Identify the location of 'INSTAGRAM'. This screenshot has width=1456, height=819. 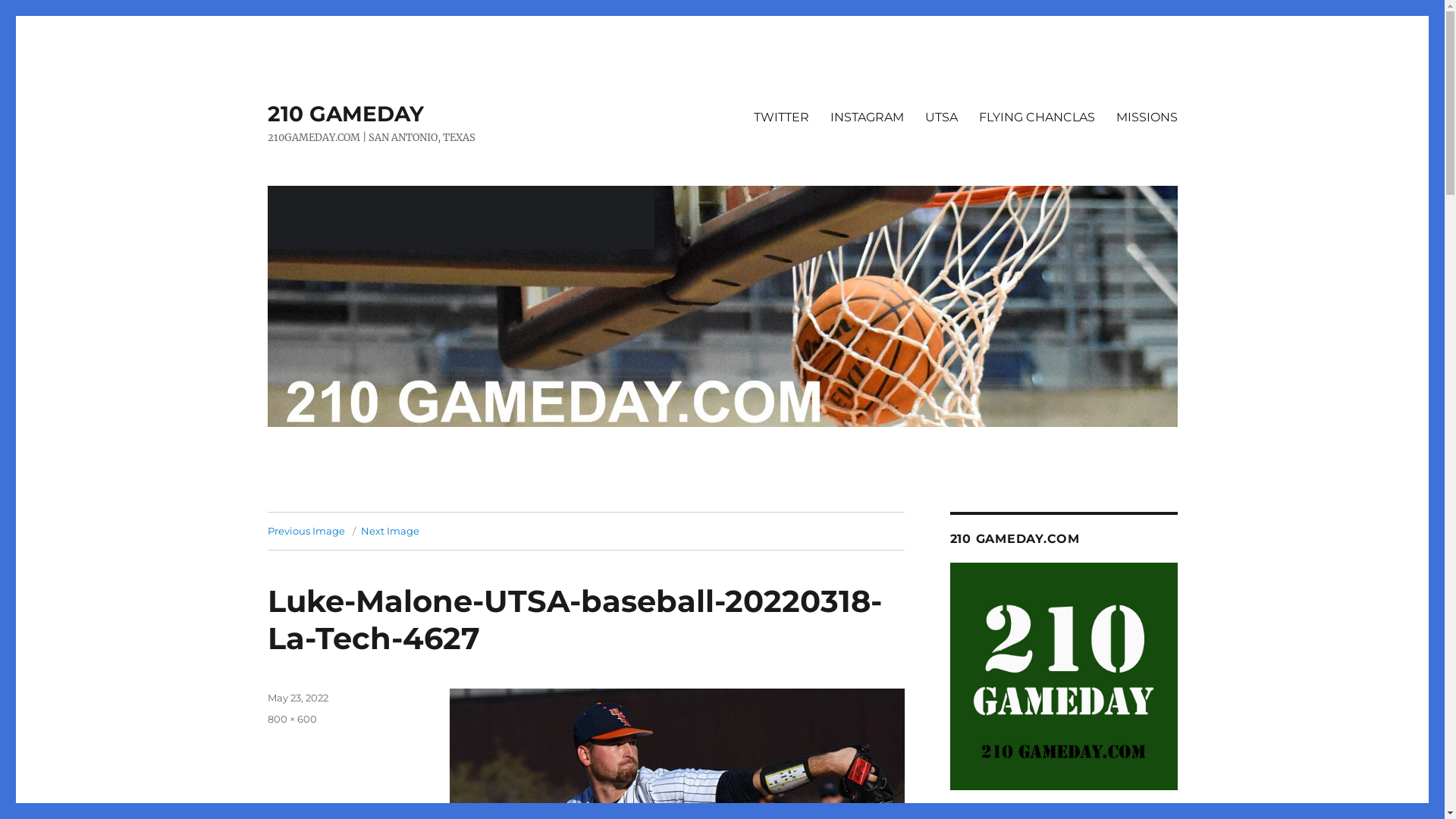
(866, 116).